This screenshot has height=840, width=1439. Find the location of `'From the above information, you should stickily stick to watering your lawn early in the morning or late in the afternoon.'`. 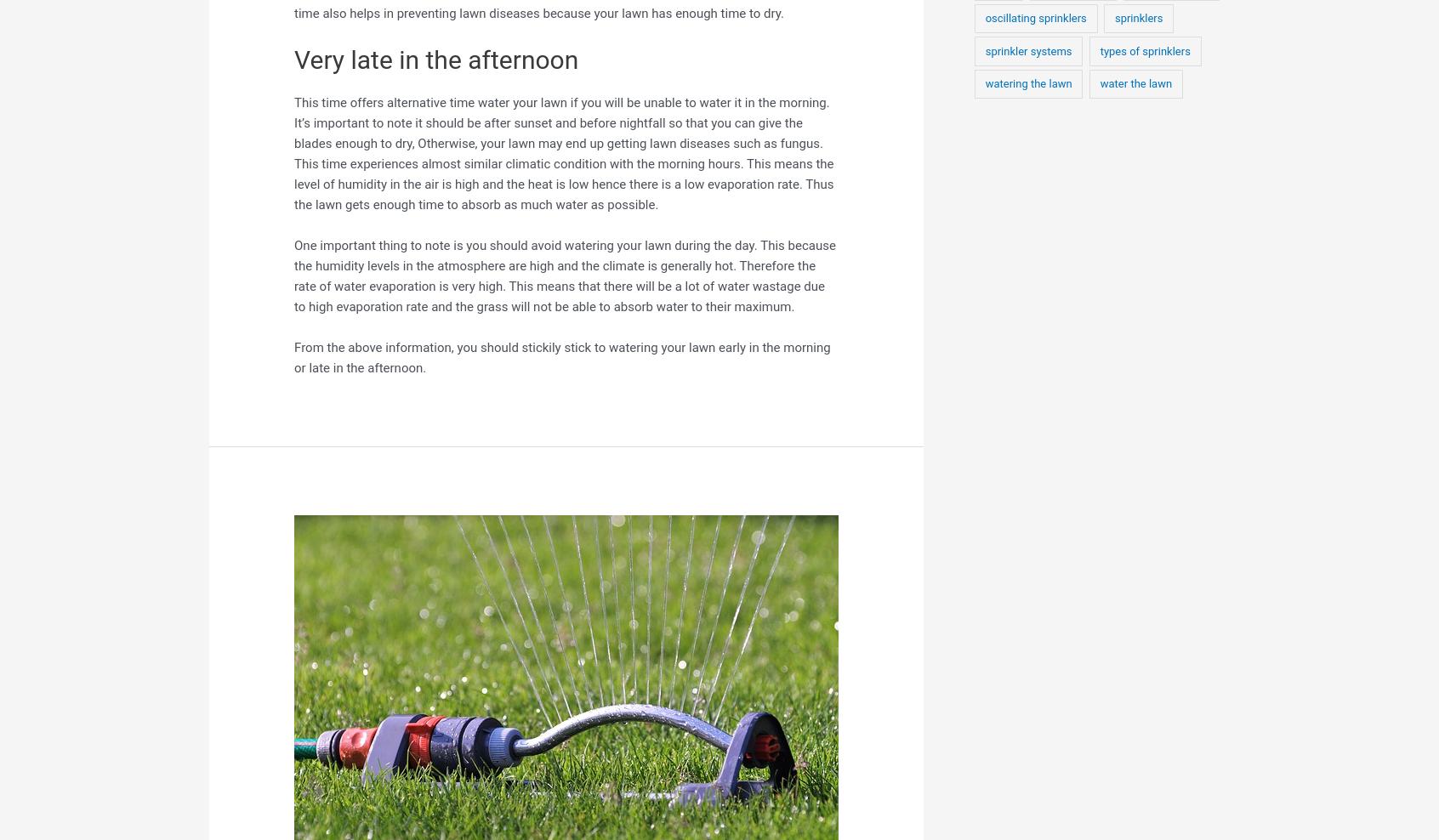

'From the above information, you should stickily stick to watering your lawn early in the morning or late in the afternoon.' is located at coordinates (562, 356).